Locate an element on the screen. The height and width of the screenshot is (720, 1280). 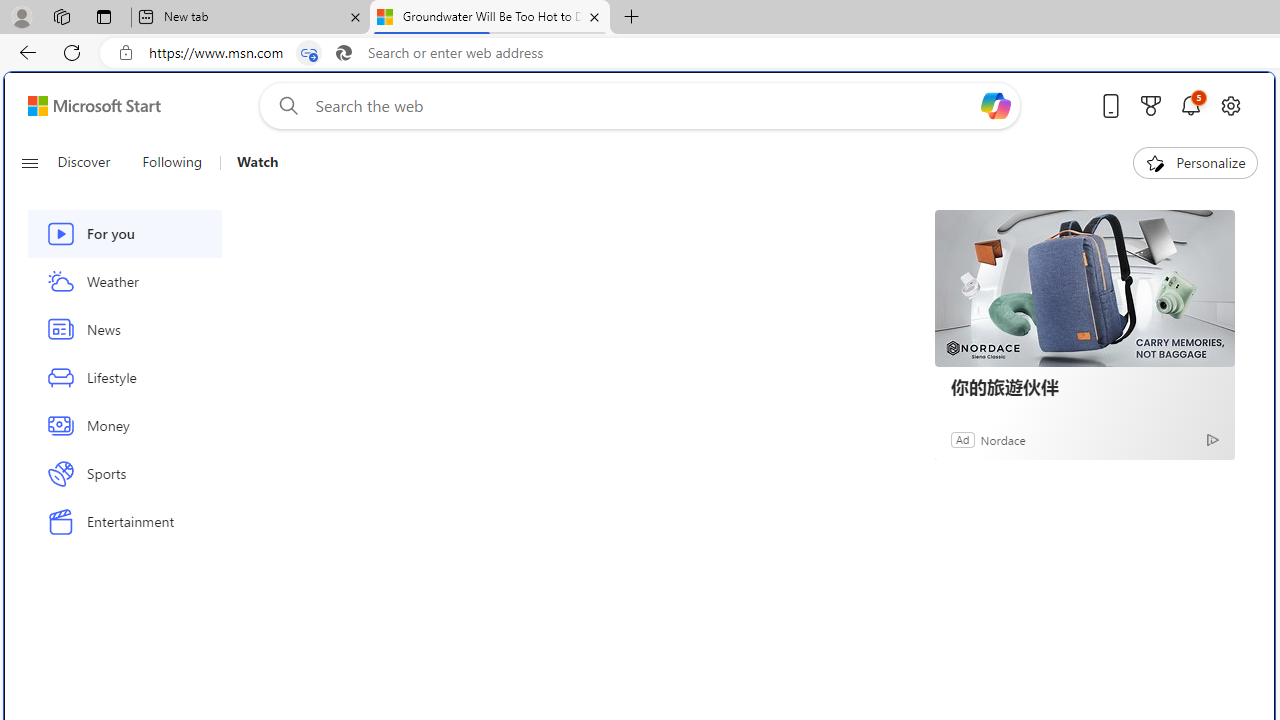
'Microsoft Start' is located at coordinates (93, 105).